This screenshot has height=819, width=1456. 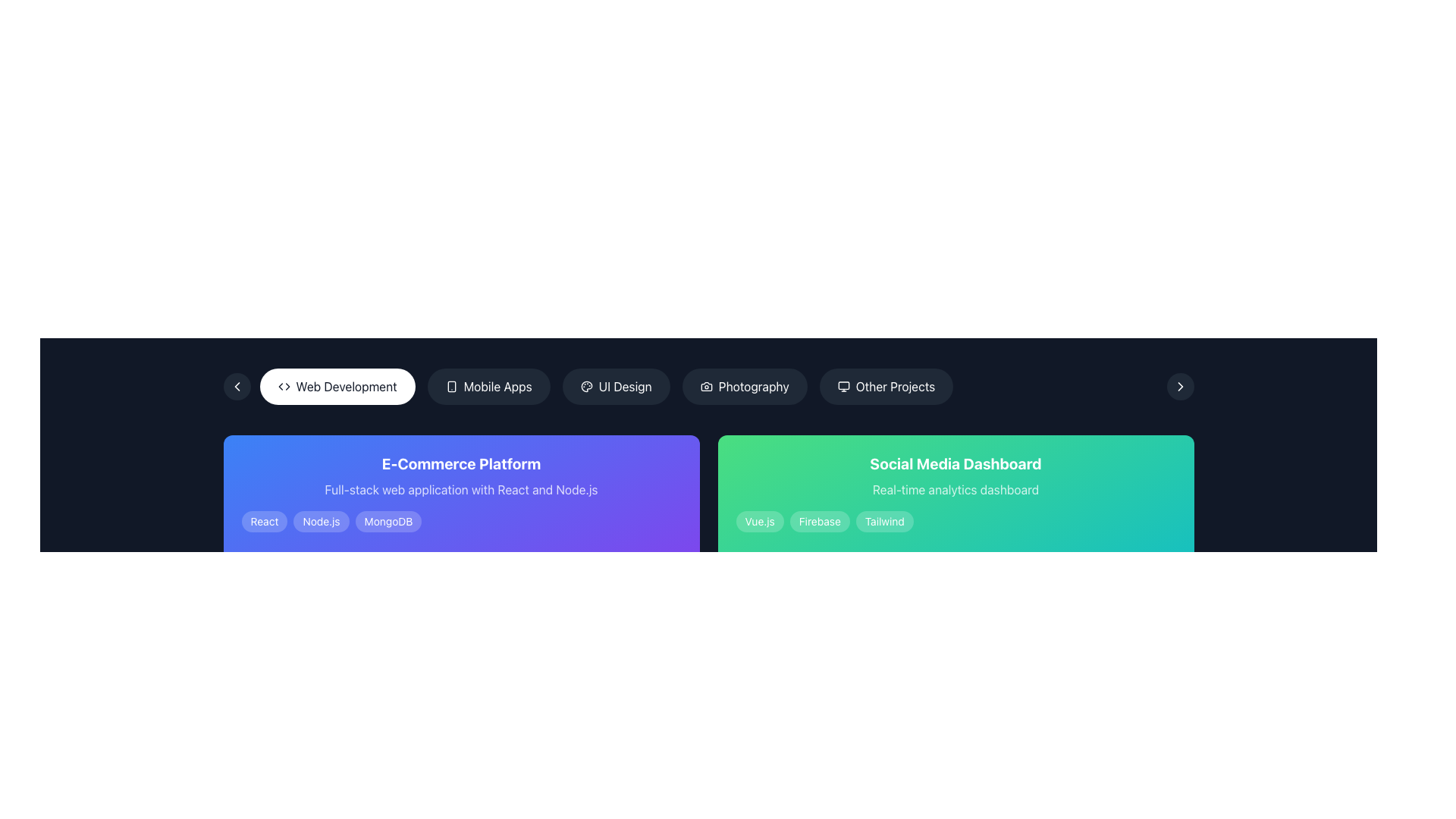 I want to click on the 'Other Projects' button, which is the fifth button in a horizontal list, so click(x=886, y=385).